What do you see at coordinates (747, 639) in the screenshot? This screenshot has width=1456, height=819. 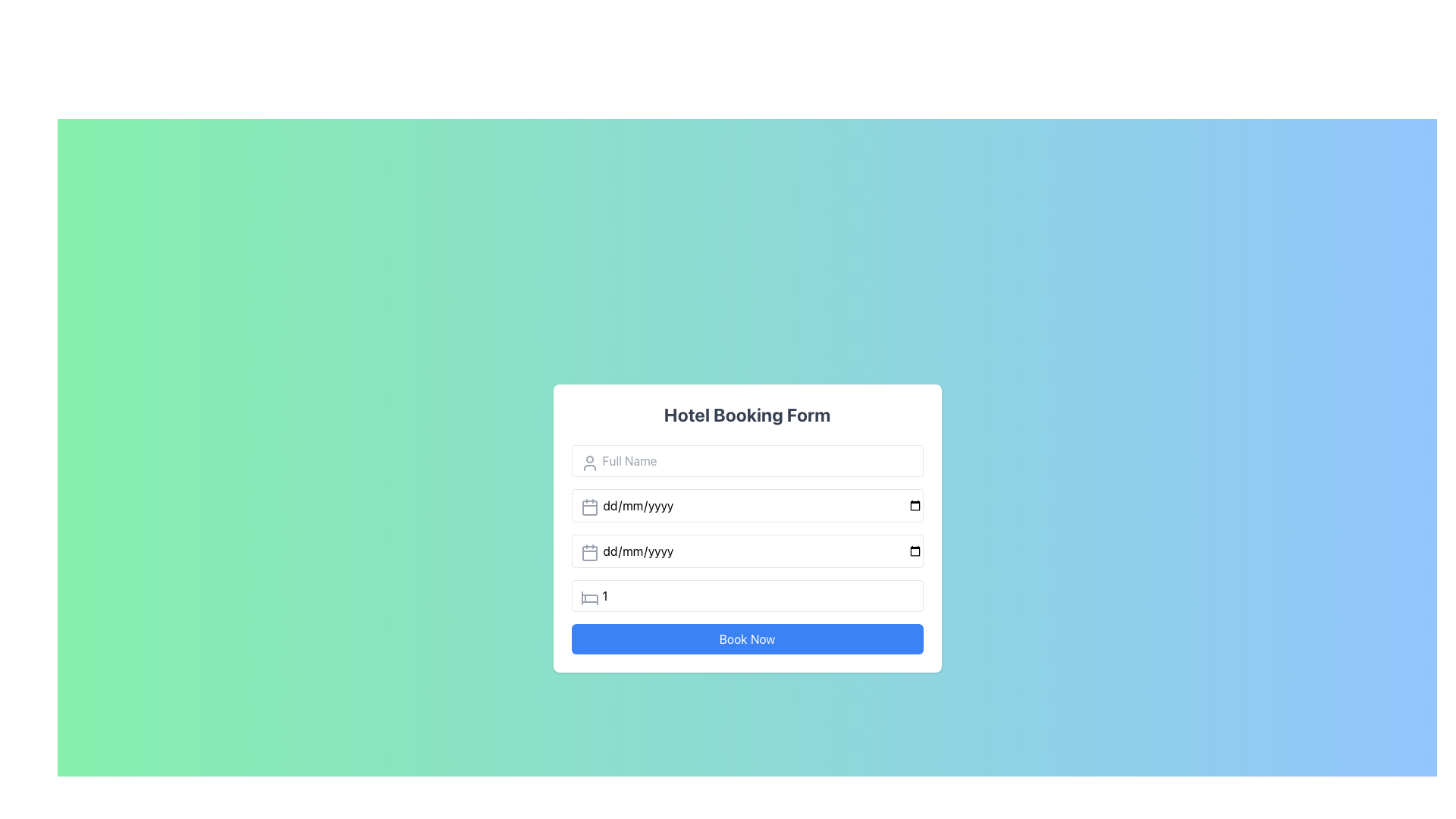 I see `the submit button at the bottom of the hotel booking form modal` at bounding box center [747, 639].